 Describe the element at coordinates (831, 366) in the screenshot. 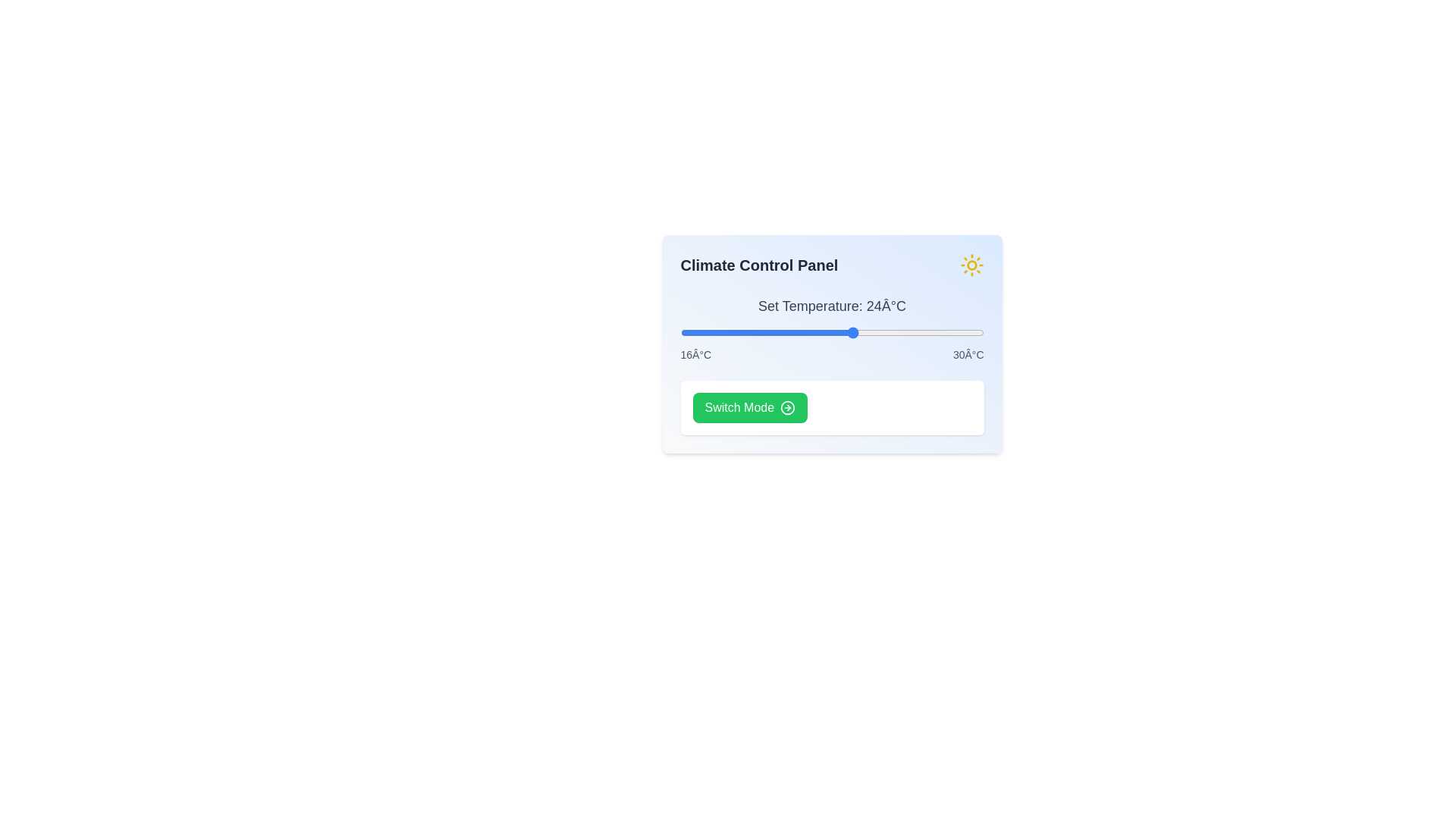

I see `the current temperature value displayed above the temperature slider control titled 'Set Temperature: 24°C'` at that location.